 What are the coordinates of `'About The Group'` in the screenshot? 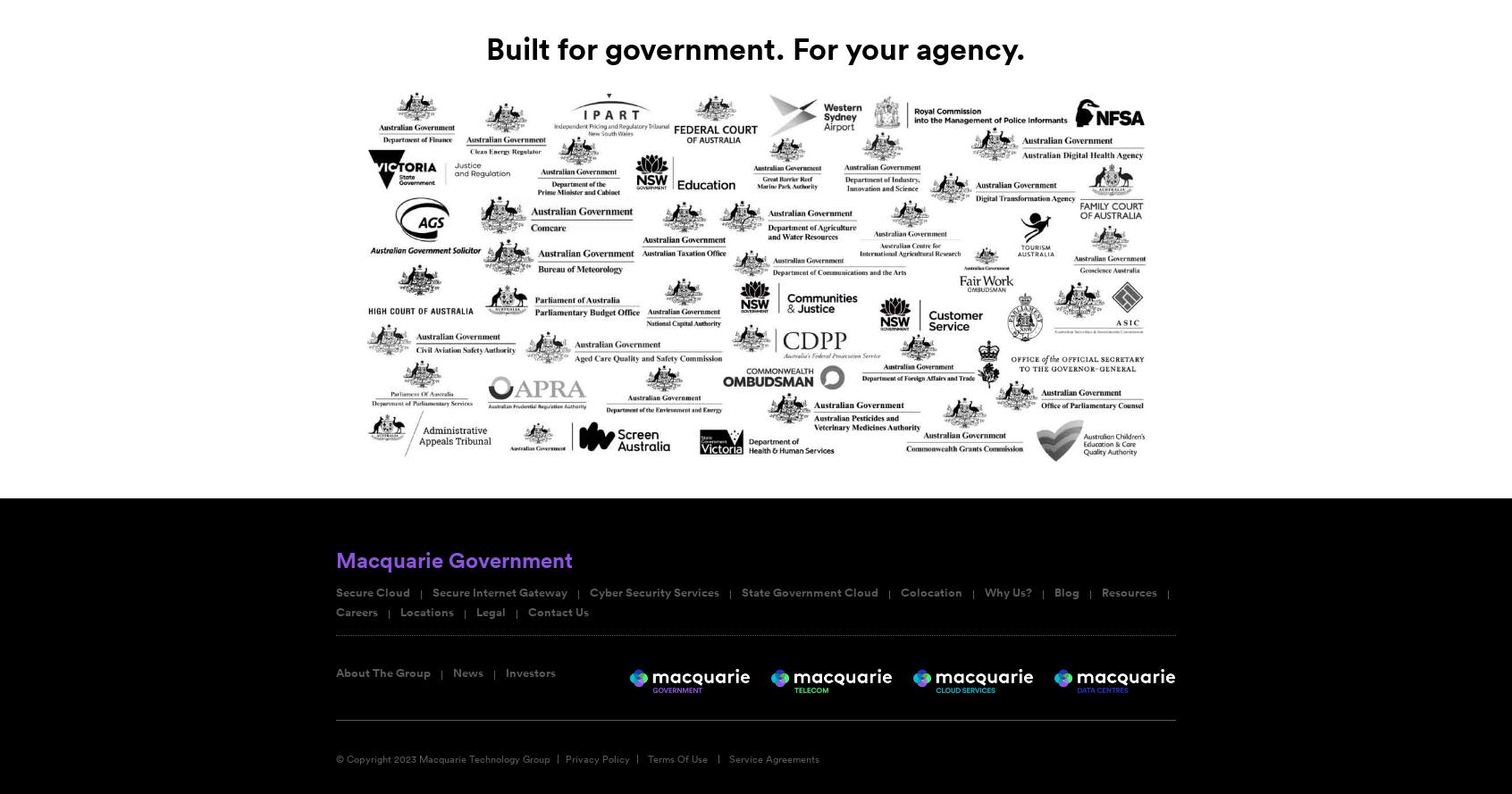 It's located at (382, 672).